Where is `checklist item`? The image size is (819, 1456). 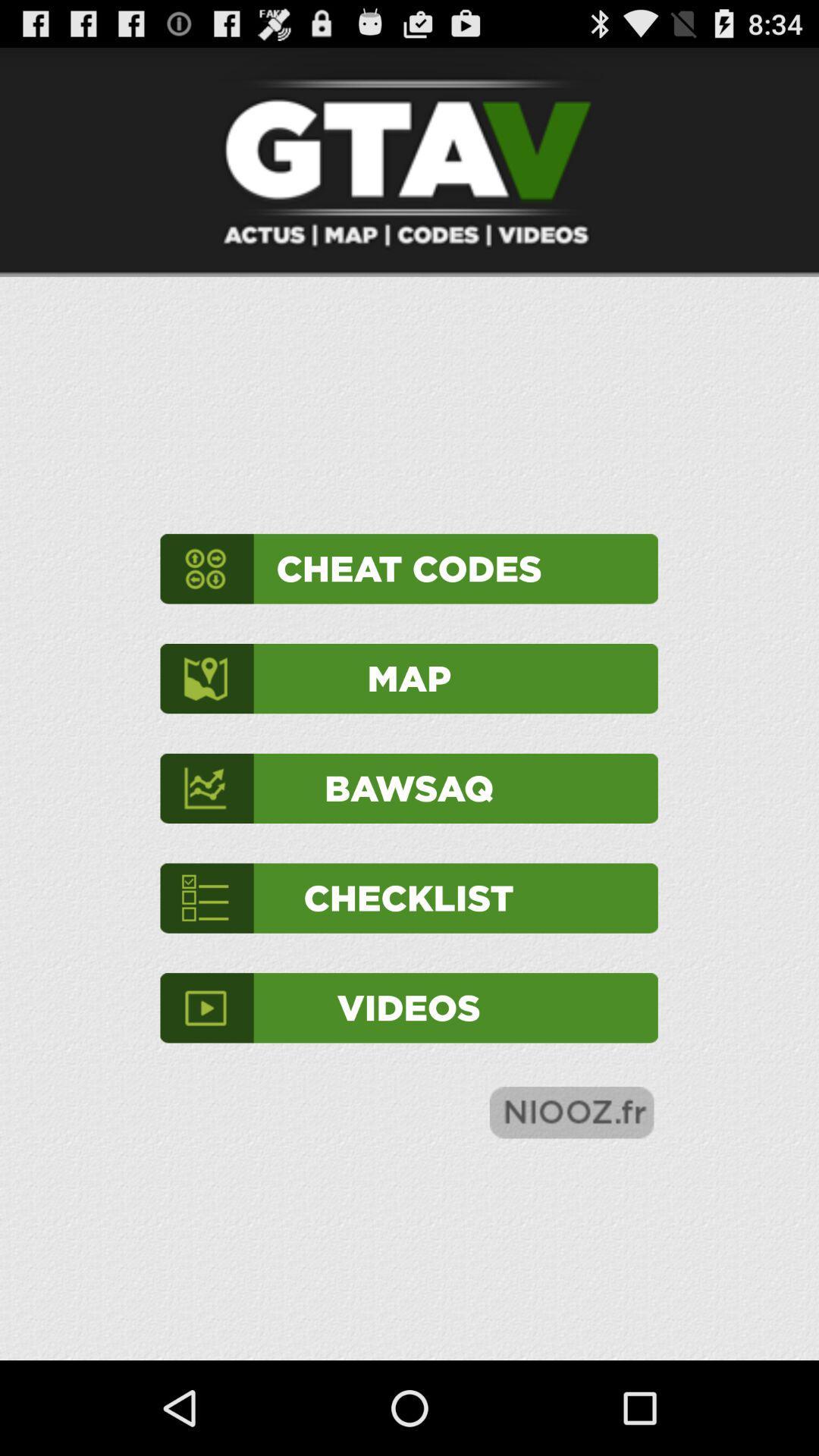 checklist item is located at coordinates (408, 898).